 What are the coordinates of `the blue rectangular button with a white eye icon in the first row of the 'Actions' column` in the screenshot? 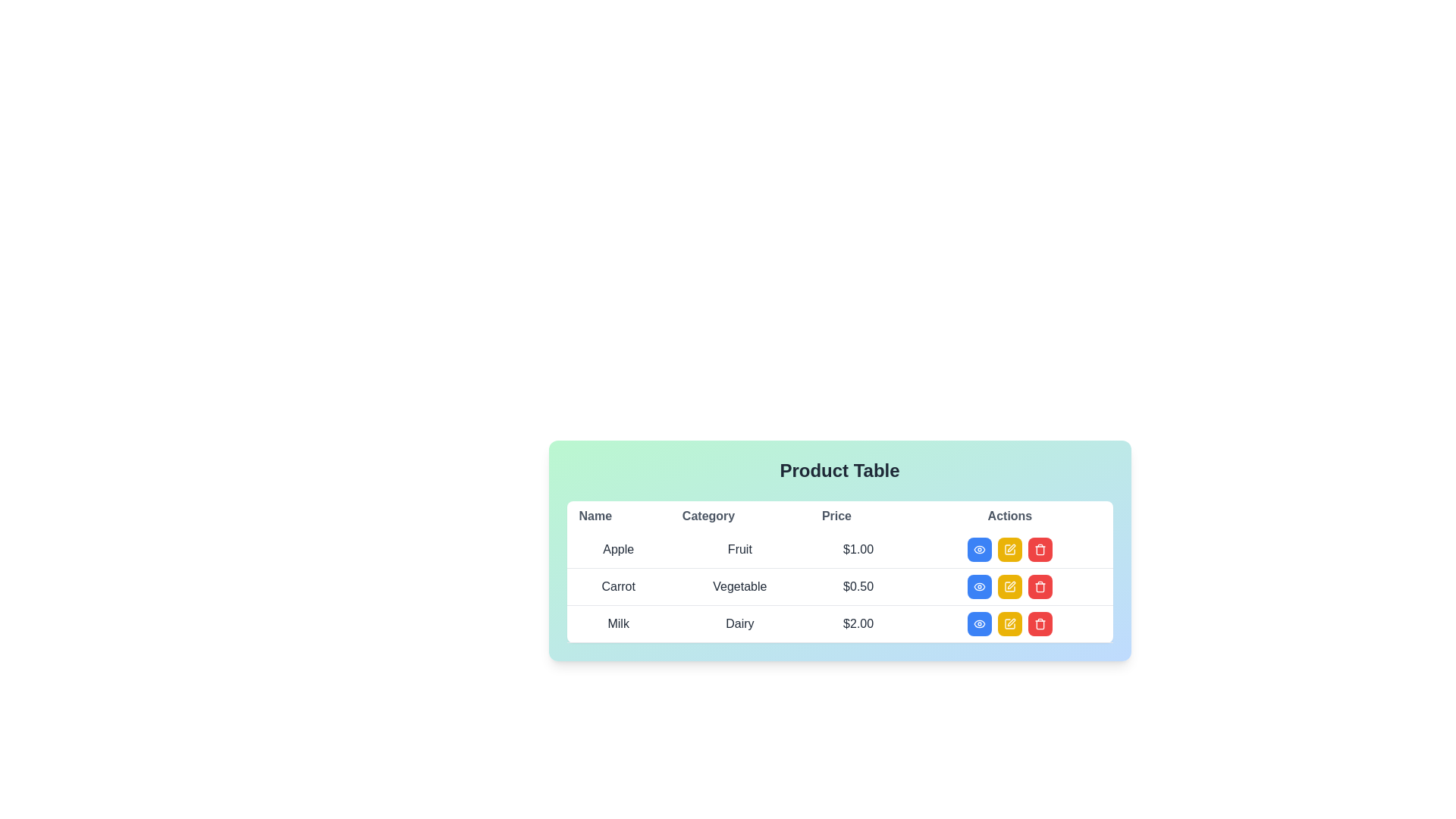 It's located at (979, 550).